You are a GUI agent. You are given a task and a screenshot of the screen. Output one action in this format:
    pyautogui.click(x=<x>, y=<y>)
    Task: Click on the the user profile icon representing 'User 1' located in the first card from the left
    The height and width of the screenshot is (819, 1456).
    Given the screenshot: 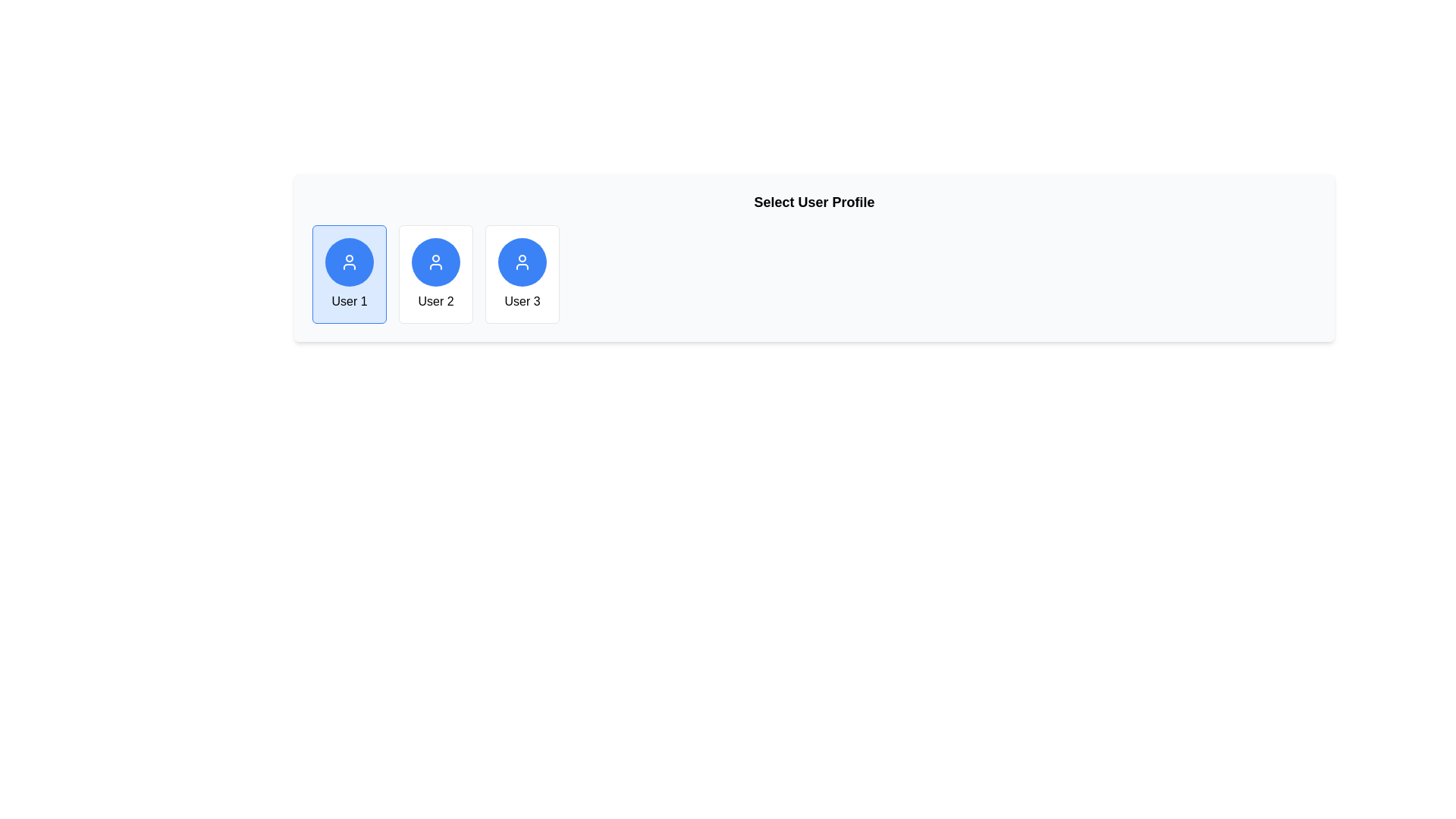 What is the action you would take?
    pyautogui.click(x=348, y=262)
    